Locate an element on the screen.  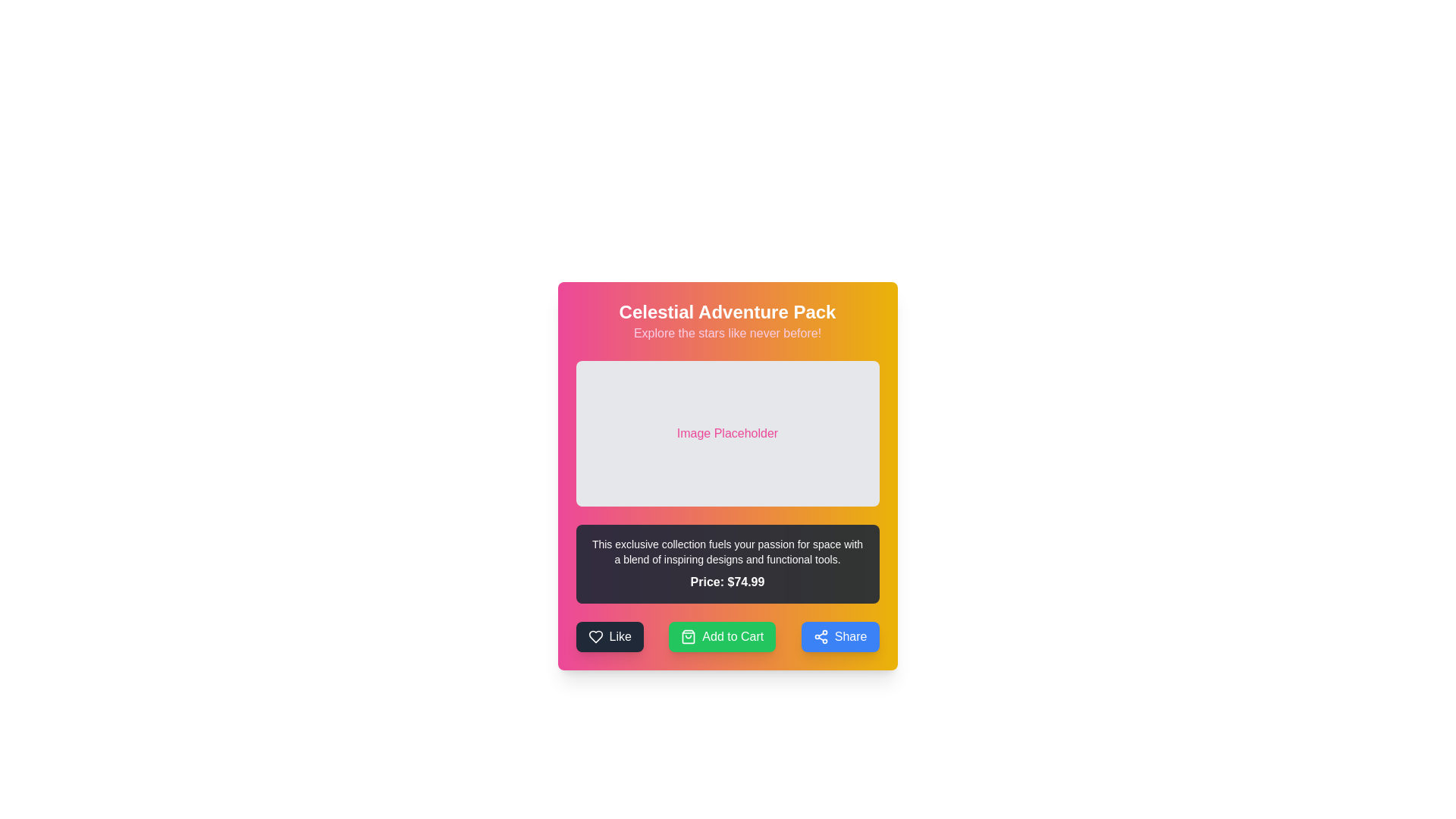
title text positioned centrally at the top of the card layout, which serves as the main heading for the content below is located at coordinates (726, 312).